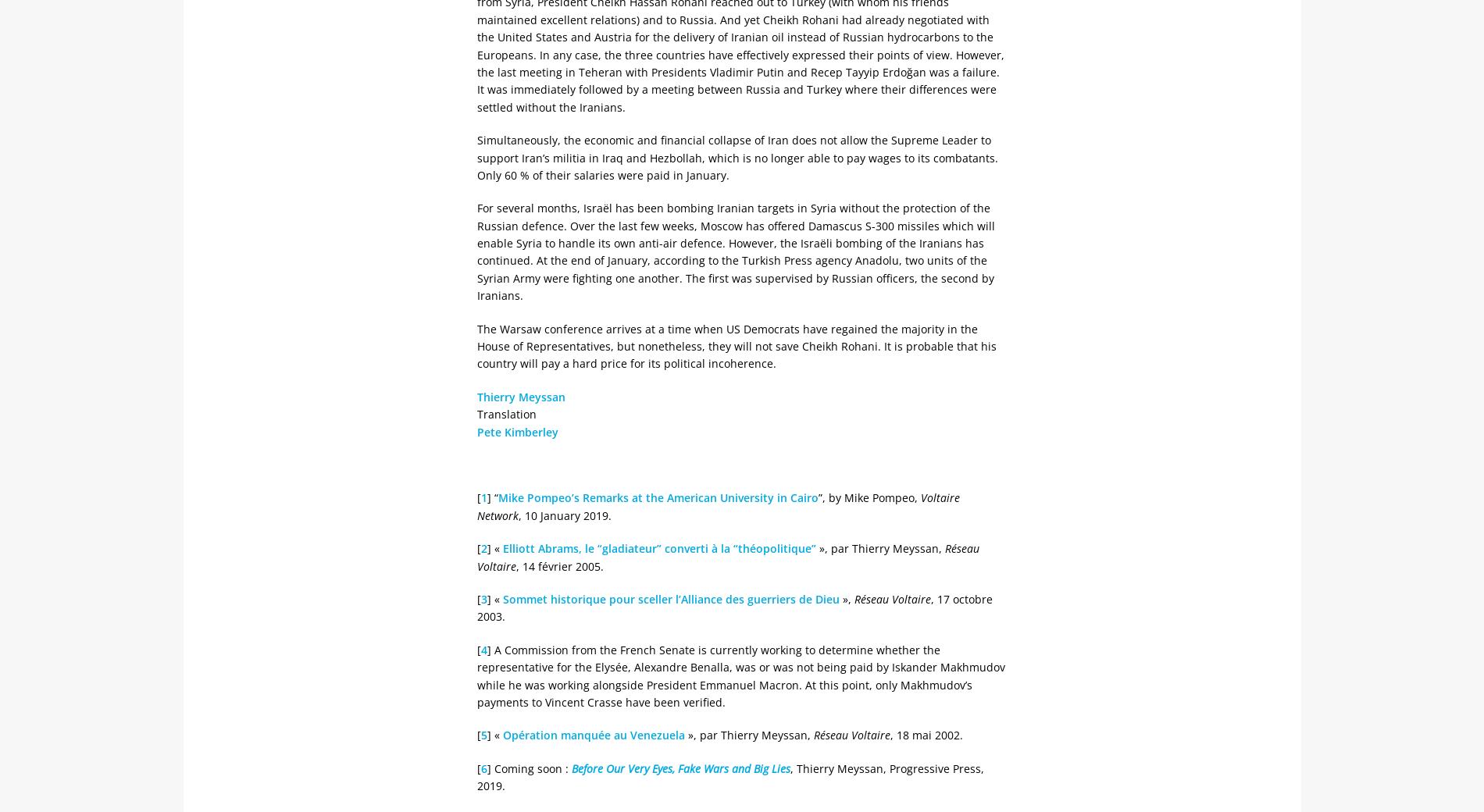 The height and width of the screenshot is (812, 1484). I want to click on 'Opération manquée au Venezuela', so click(593, 735).